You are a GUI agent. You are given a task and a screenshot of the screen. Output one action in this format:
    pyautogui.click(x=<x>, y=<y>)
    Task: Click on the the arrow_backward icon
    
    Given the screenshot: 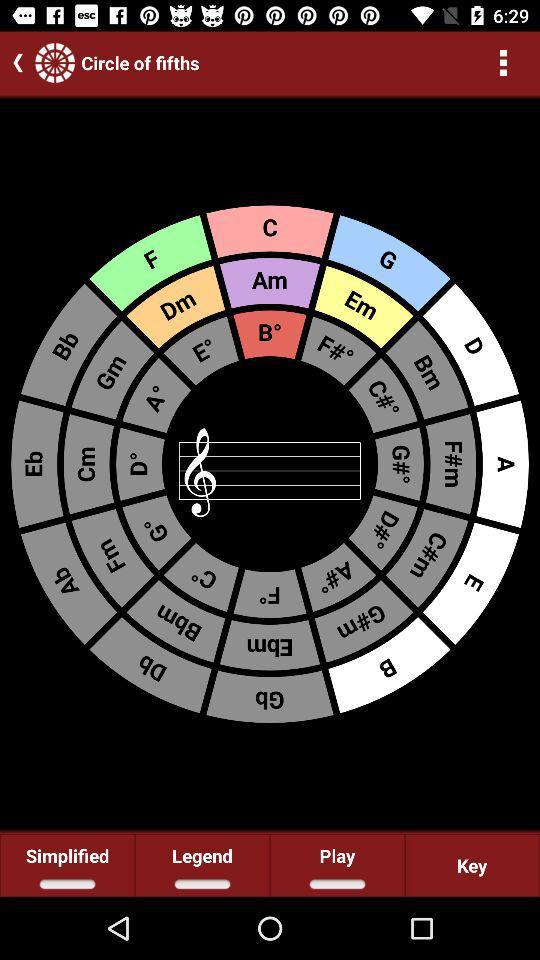 What is the action you would take?
    pyautogui.click(x=13, y=62)
    